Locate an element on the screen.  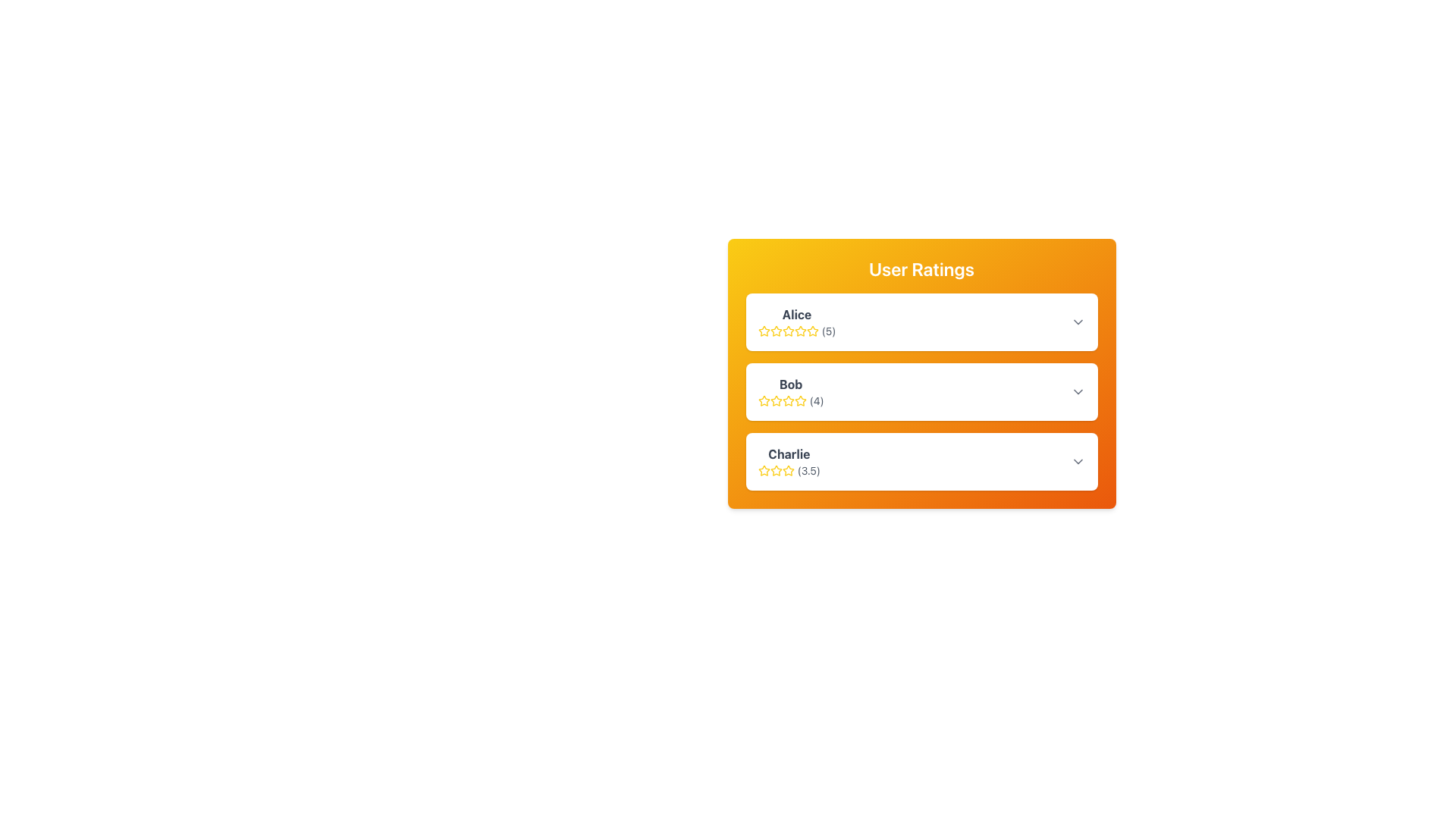
the second star in the rating group for user 'Bob', which represents the rating value in the user ratings section is located at coordinates (776, 400).